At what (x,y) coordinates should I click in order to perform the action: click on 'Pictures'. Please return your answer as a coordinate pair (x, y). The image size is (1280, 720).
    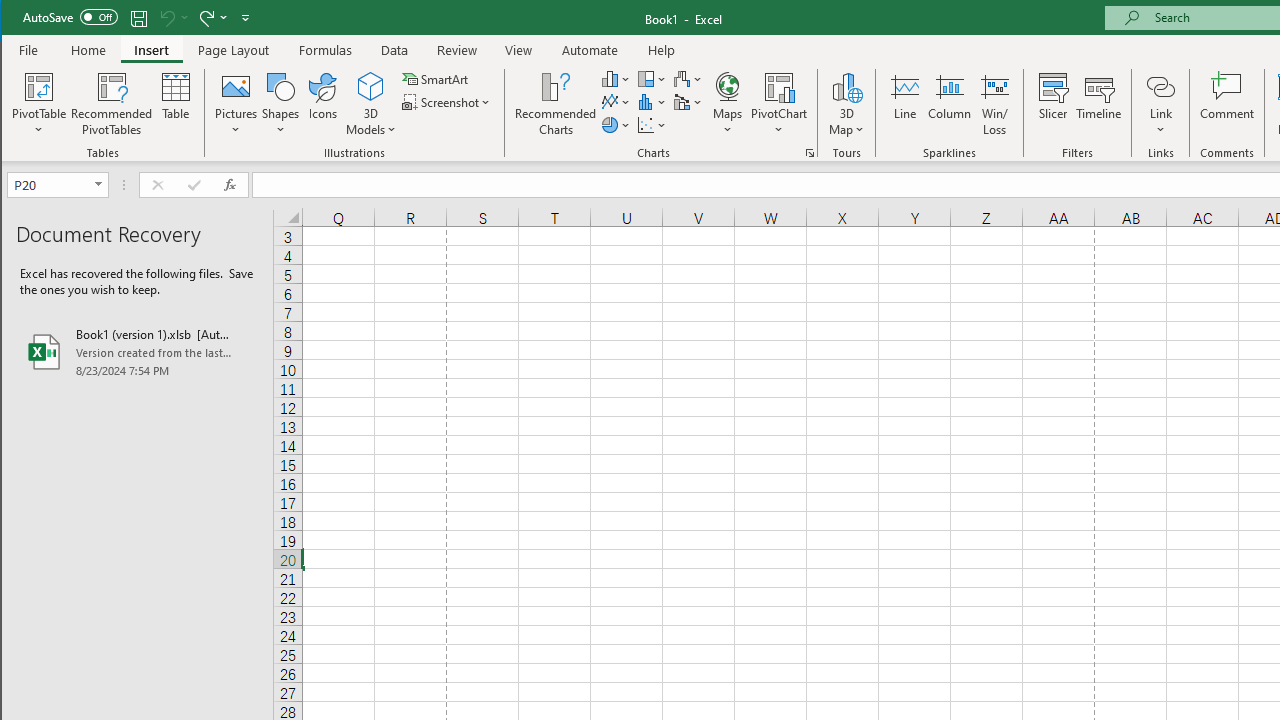
    Looking at the image, I should click on (236, 104).